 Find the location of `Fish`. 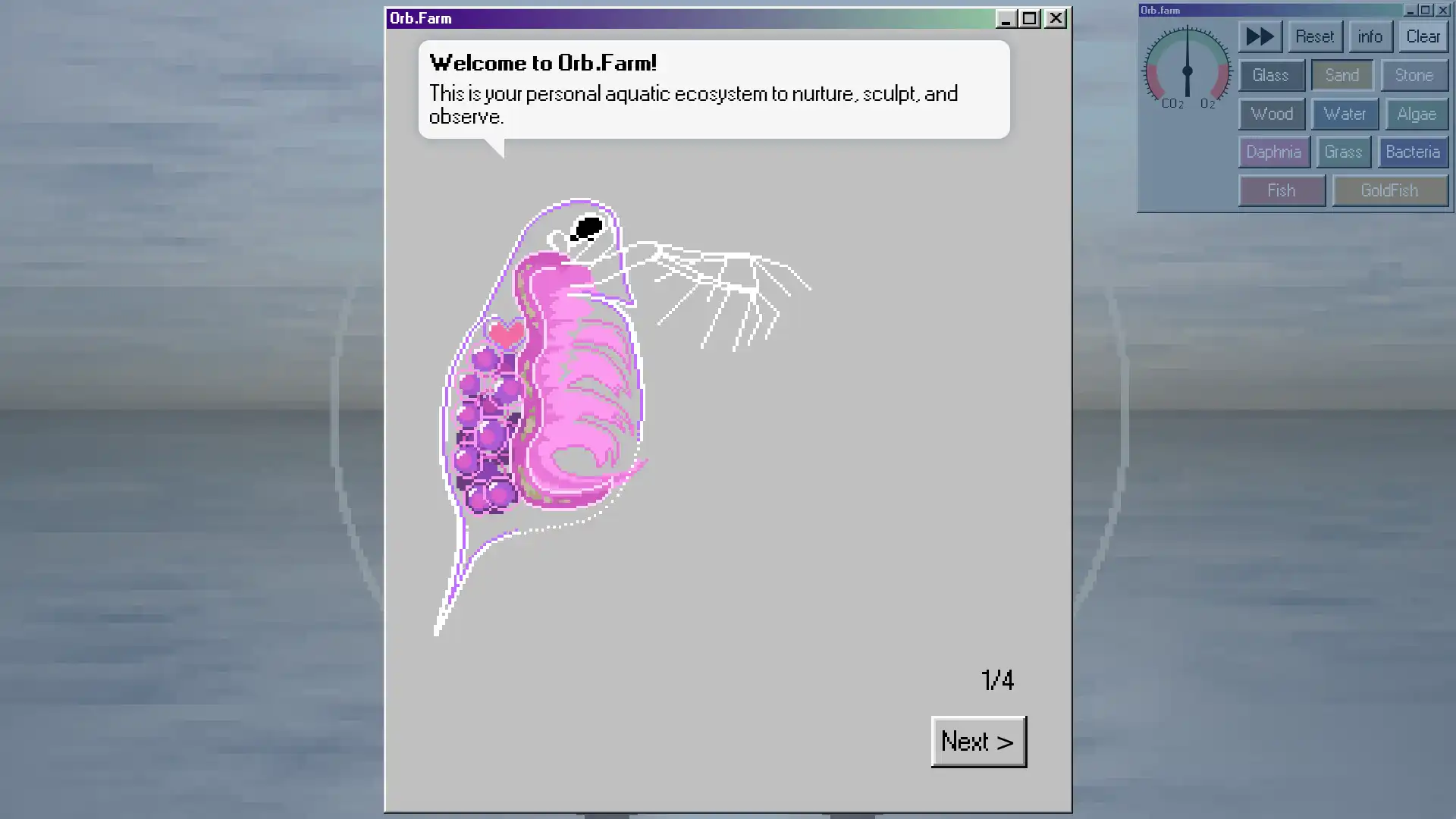

Fish is located at coordinates (682, 101).